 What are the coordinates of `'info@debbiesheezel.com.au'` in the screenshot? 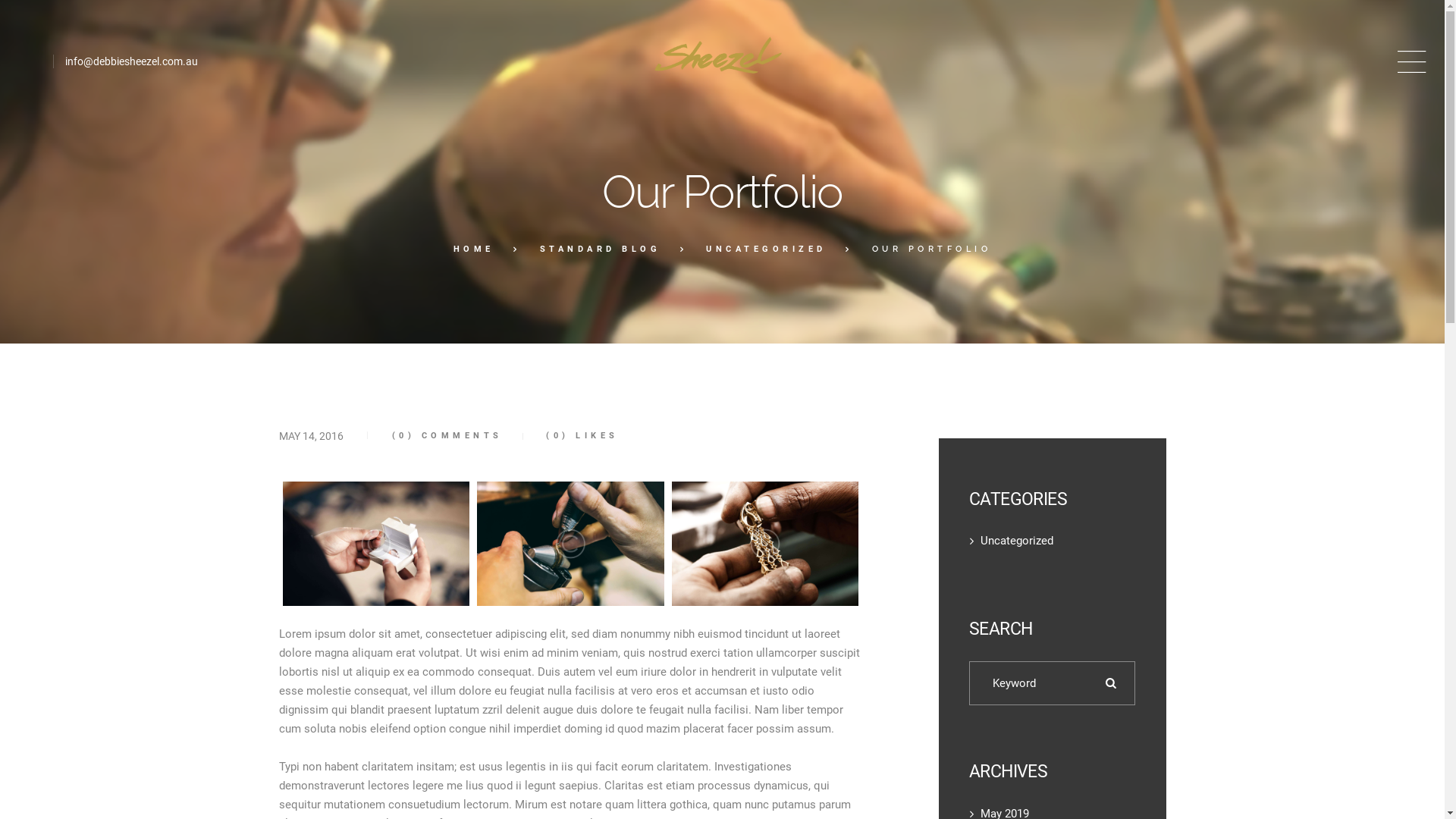 It's located at (131, 61).